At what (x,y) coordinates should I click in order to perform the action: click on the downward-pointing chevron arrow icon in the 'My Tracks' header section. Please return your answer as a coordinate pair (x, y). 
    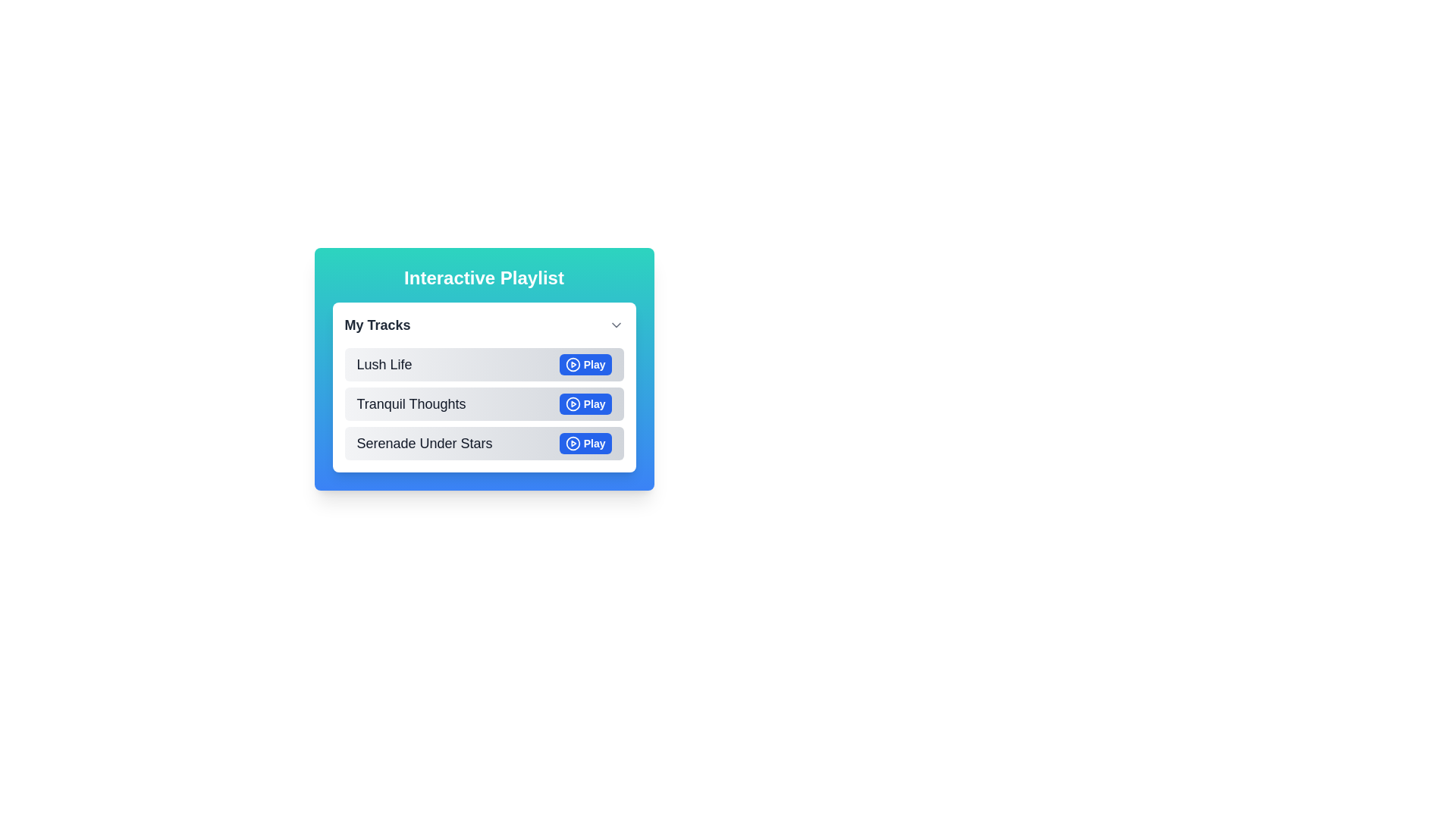
    Looking at the image, I should click on (616, 324).